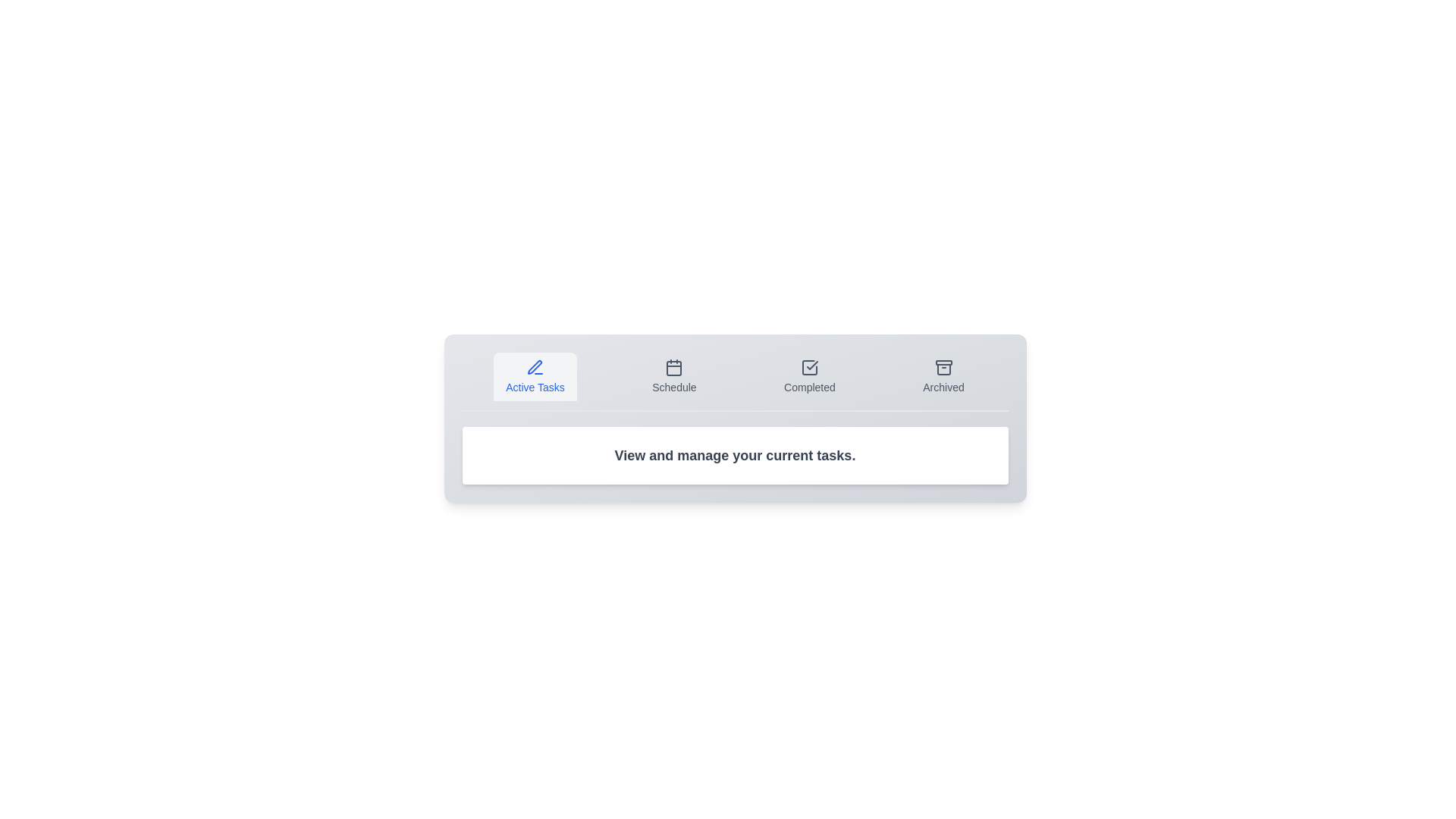 The height and width of the screenshot is (819, 1456). I want to click on the tab labeled Archived, so click(943, 376).